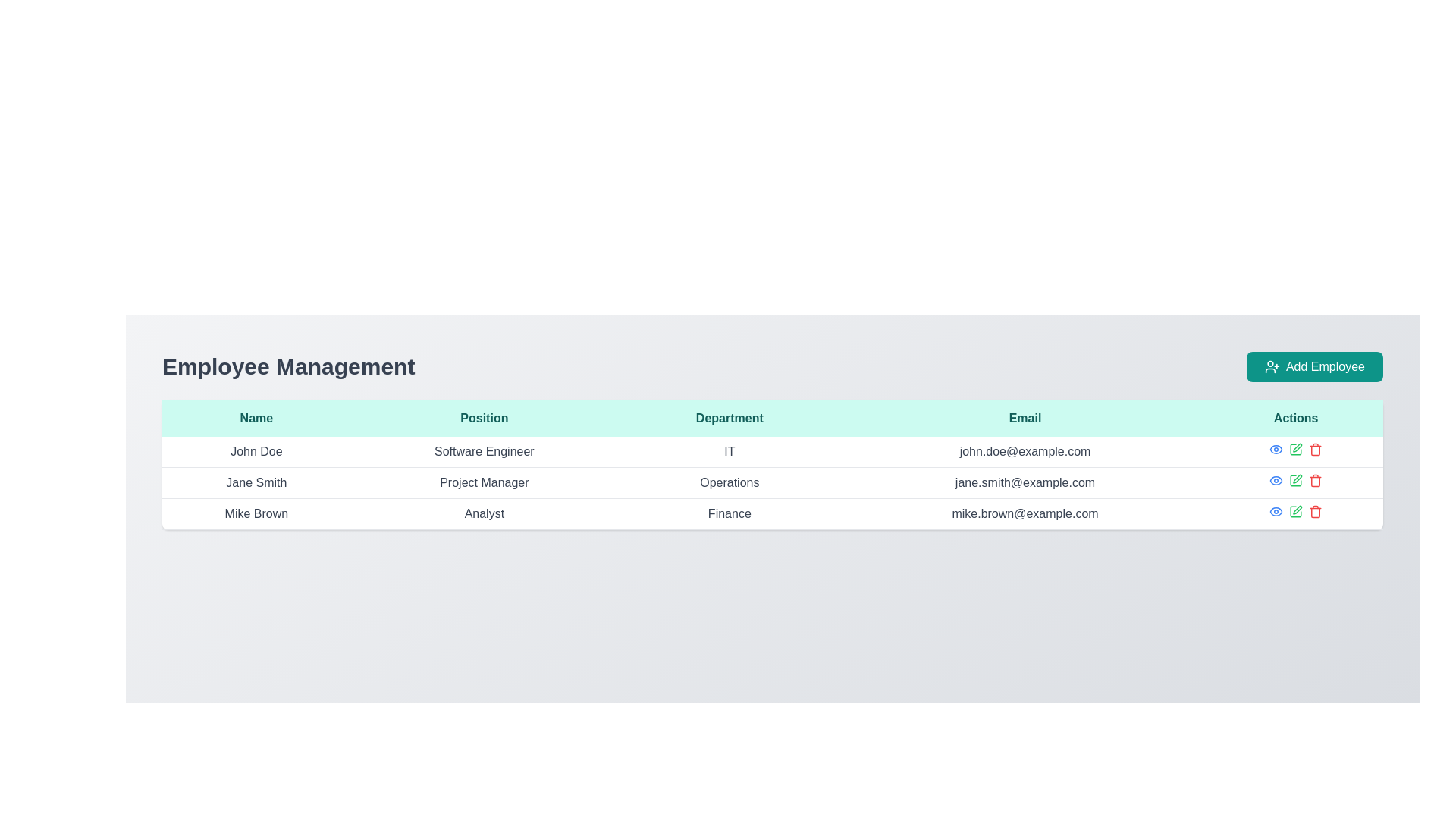 This screenshot has width=1456, height=819. What do you see at coordinates (483, 513) in the screenshot?
I see `the text element indicating the job position of the employee Mike Brown, located in the third row of the table under the 'Position' header column` at bounding box center [483, 513].